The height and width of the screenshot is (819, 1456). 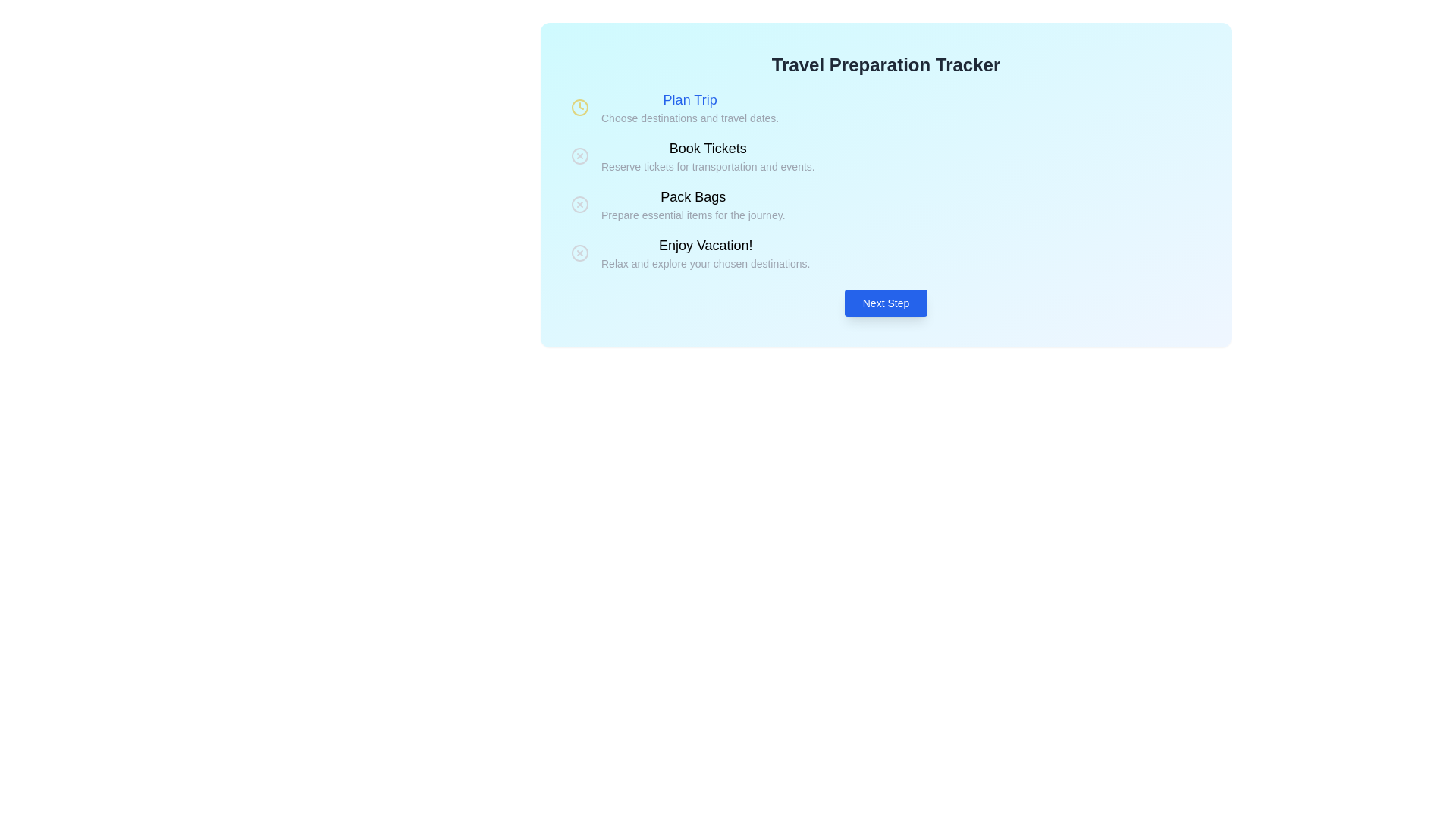 I want to click on the static text label displaying 'Reserve tickets for transportation and events.' positioned below the title 'Book Tickets' in the travel preparation tracker, so click(x=707, y=166).